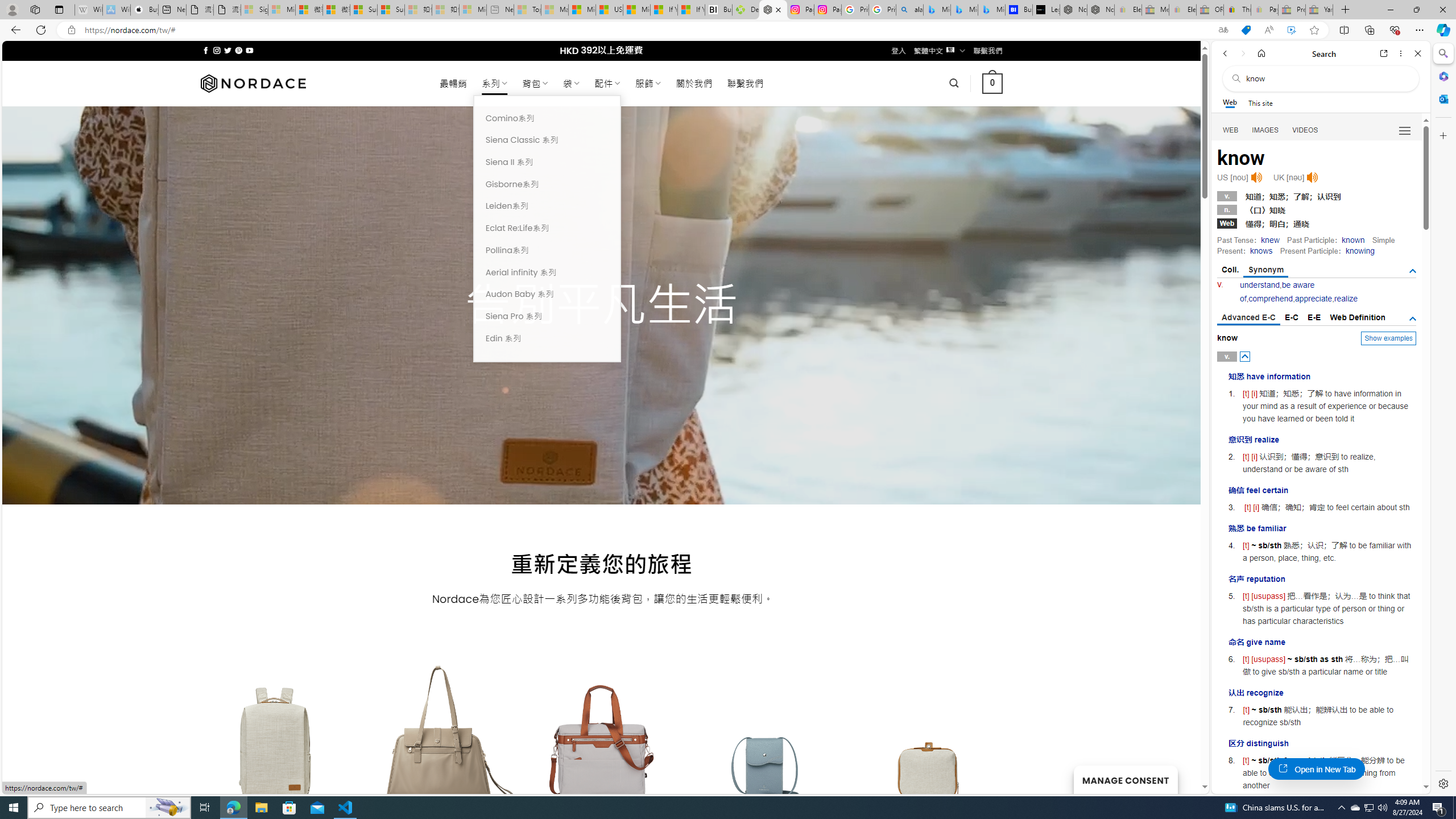  I want to click on 'Descarga Driver Updater', so click(746, 9).